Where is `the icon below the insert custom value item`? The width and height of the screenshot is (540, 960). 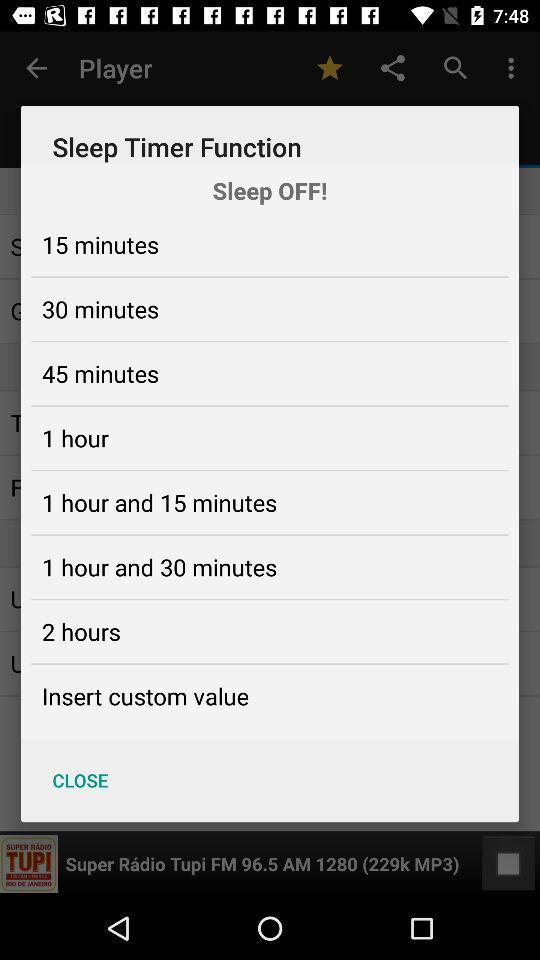 the icon below the insert custom value item is located at coordinates (79, 779).